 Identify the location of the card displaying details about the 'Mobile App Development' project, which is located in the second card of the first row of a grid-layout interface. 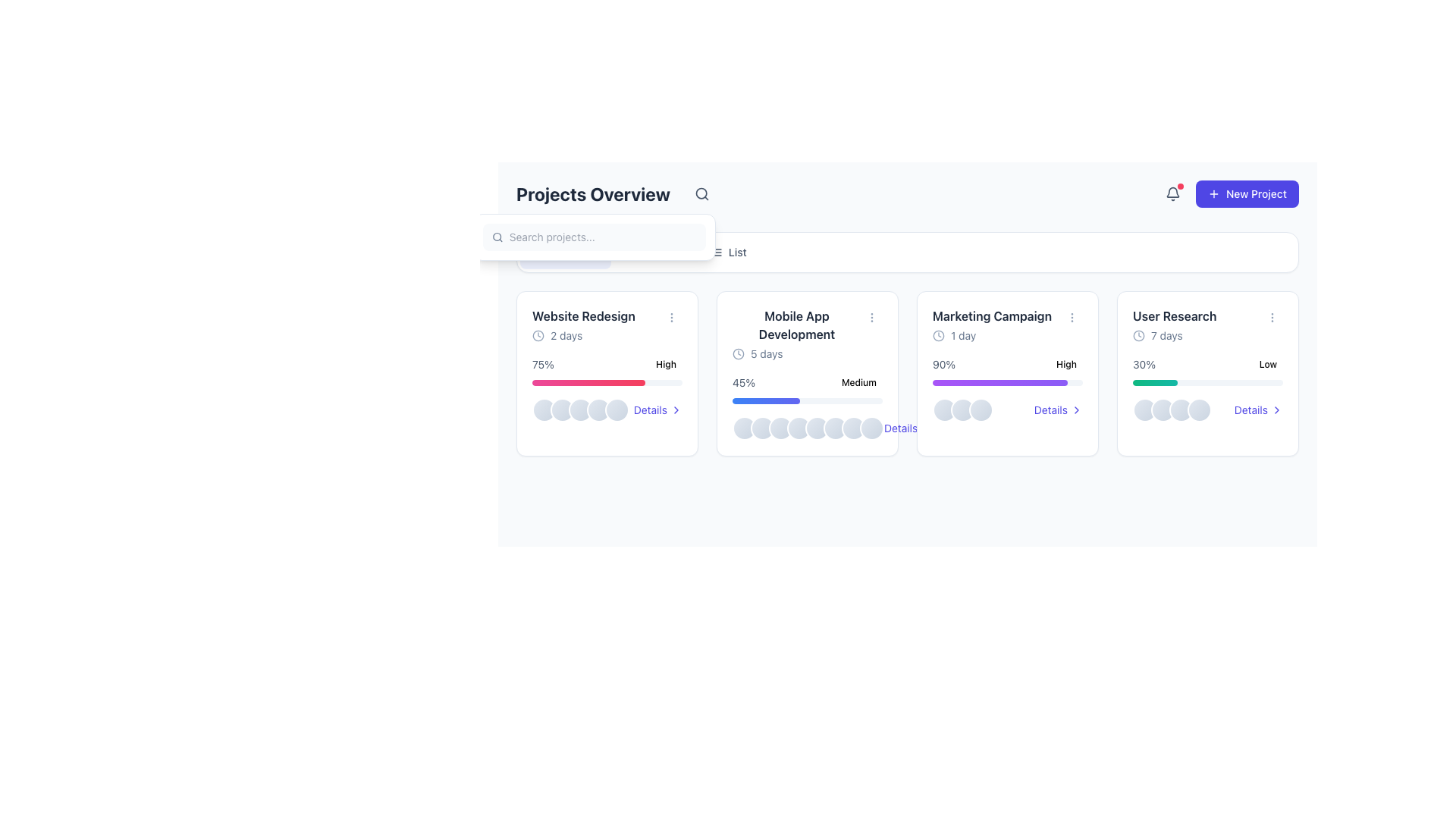
(807, 374).